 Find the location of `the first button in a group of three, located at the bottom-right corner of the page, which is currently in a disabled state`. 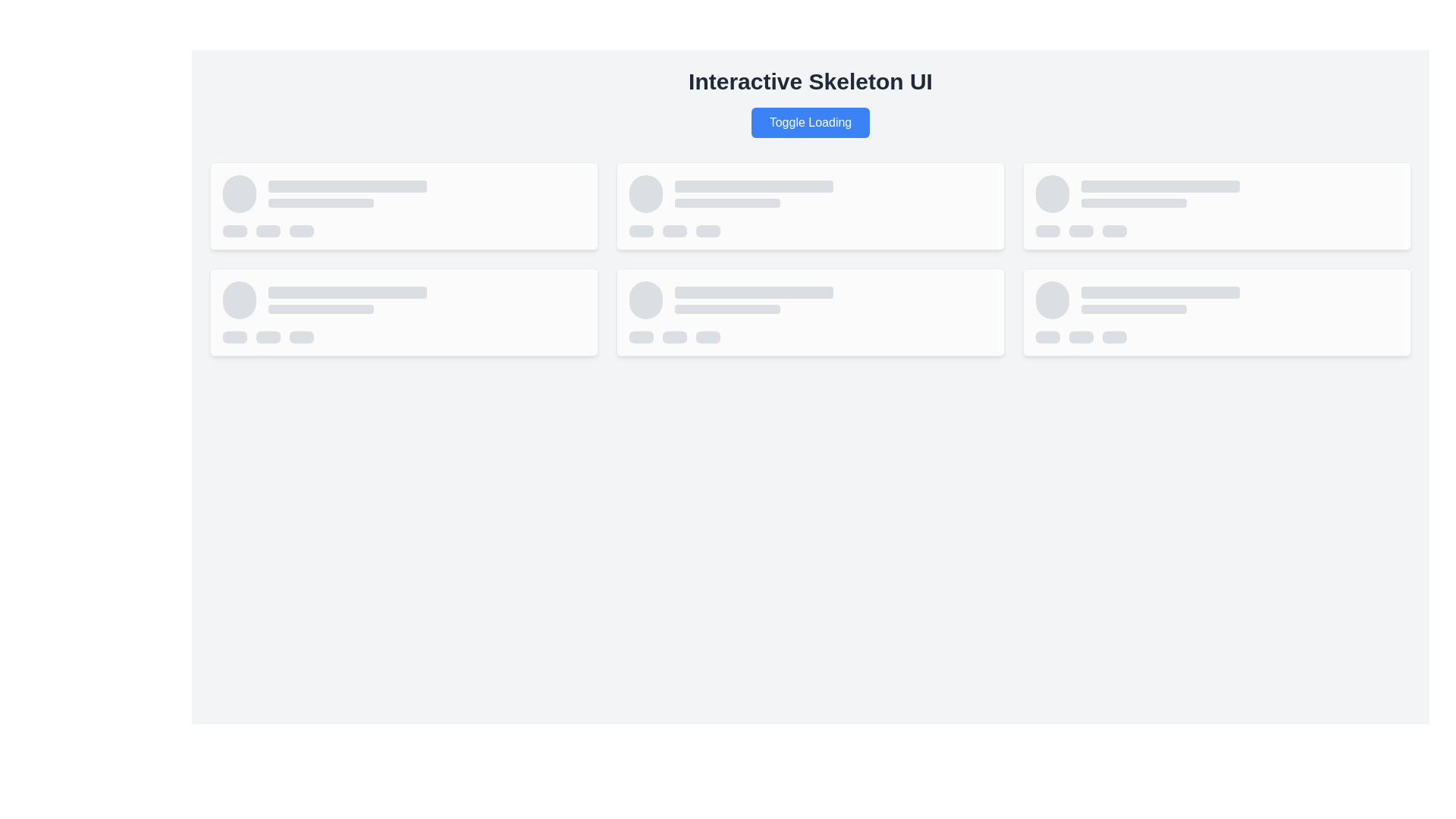

the first button in a group of three, located at the bottom-right corner of the page, which is currently in a disabled state is located at coordinates (1047, 336).